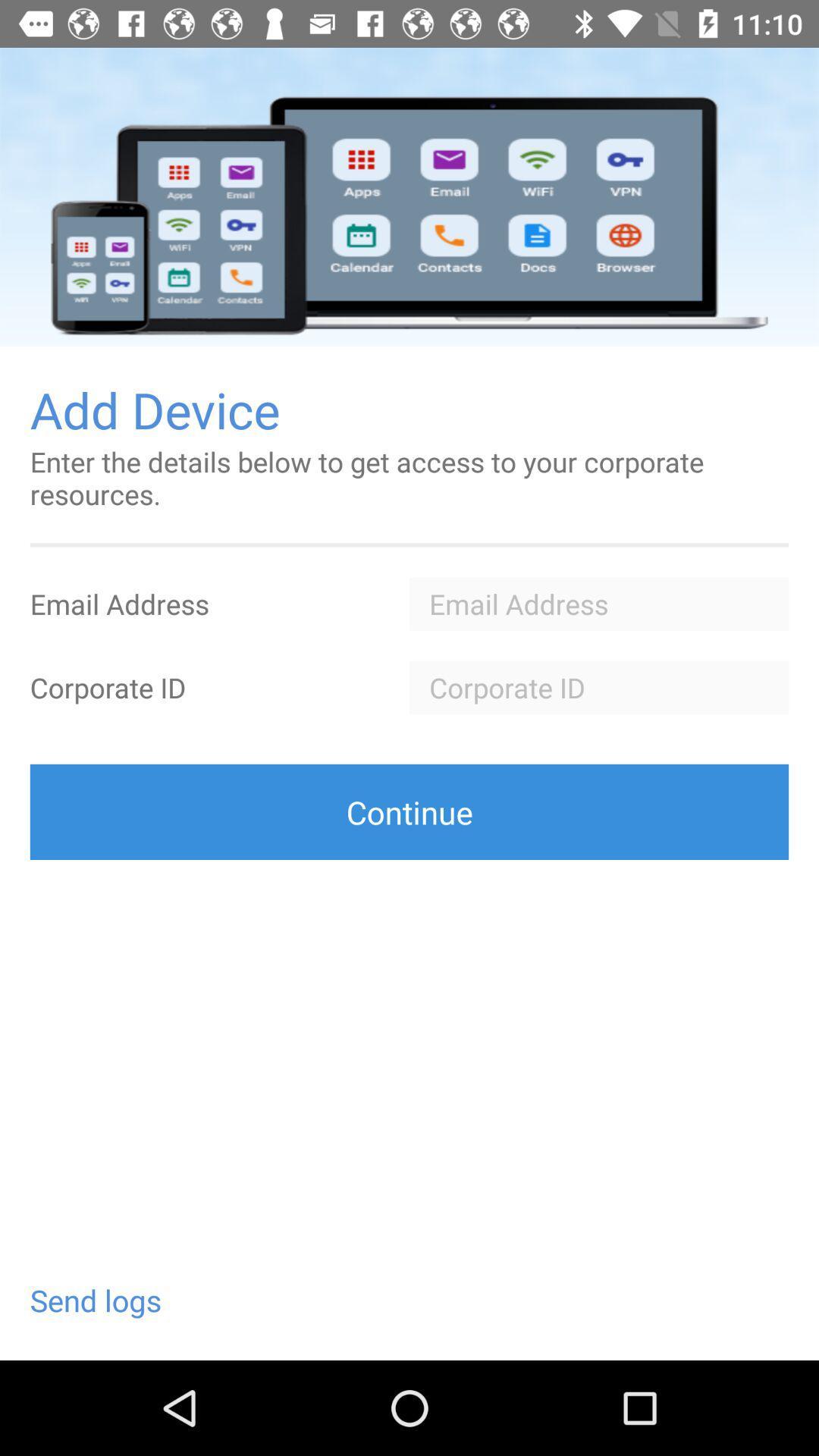 The image size is (819, 1456). I want to click on email input field, so click(598, 603).